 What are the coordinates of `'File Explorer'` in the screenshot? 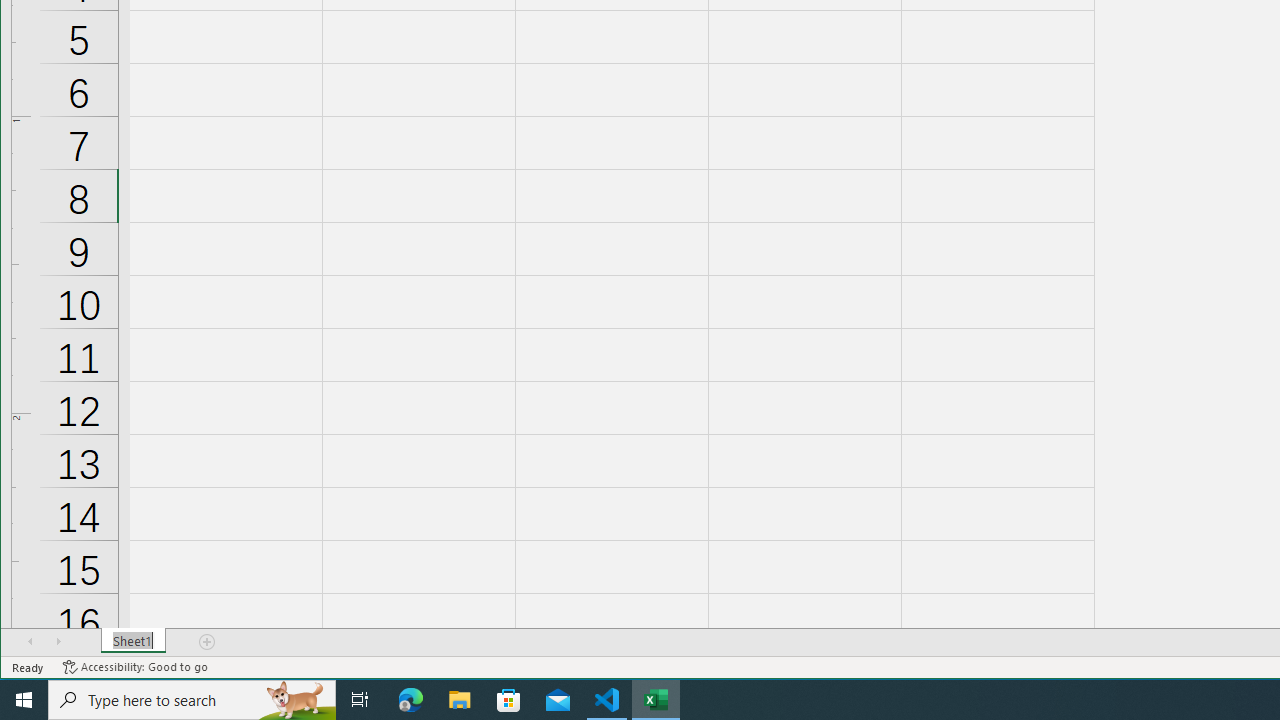 It's located at (459, 698).